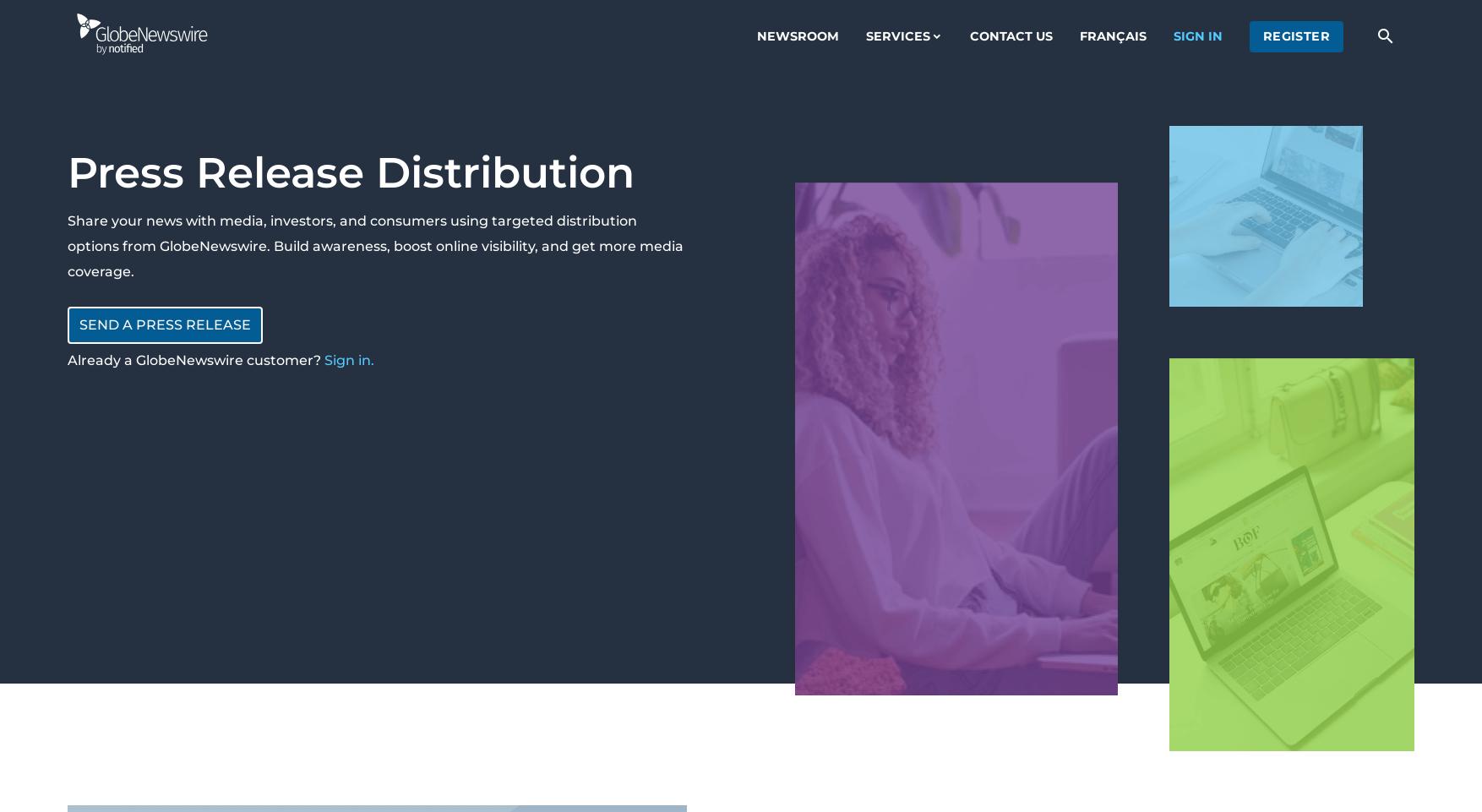 The width and height of the screenshot is (1482, 812). Describe the element at coordinates (1197, 34) in the screenshot. I see `'sign in'` at that location.